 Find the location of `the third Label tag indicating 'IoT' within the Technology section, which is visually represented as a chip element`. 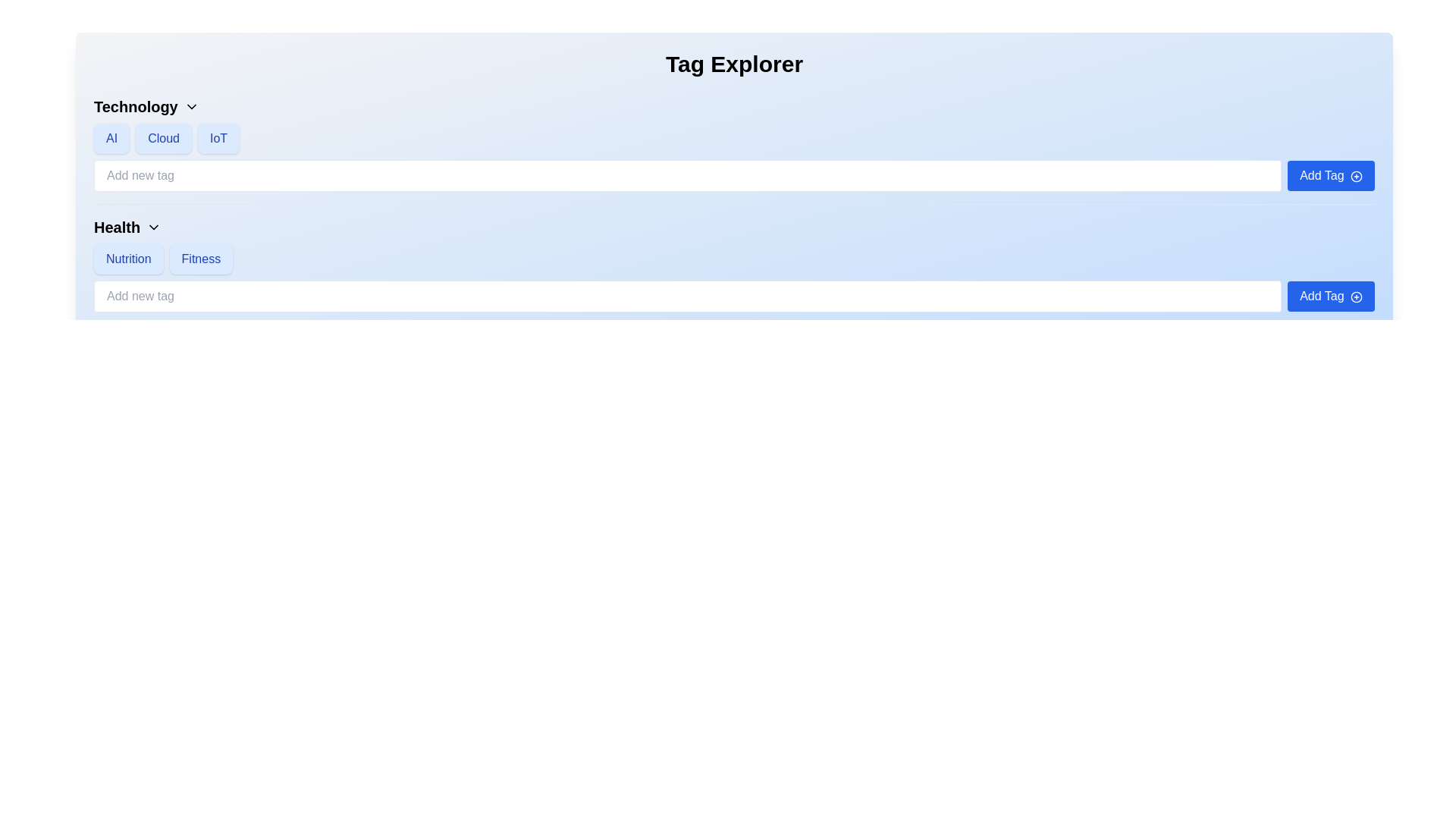

the third Label tag indicating 'IoT' within the Technology section, which is visually represented as a chip element is located at coordinates (218, 138).